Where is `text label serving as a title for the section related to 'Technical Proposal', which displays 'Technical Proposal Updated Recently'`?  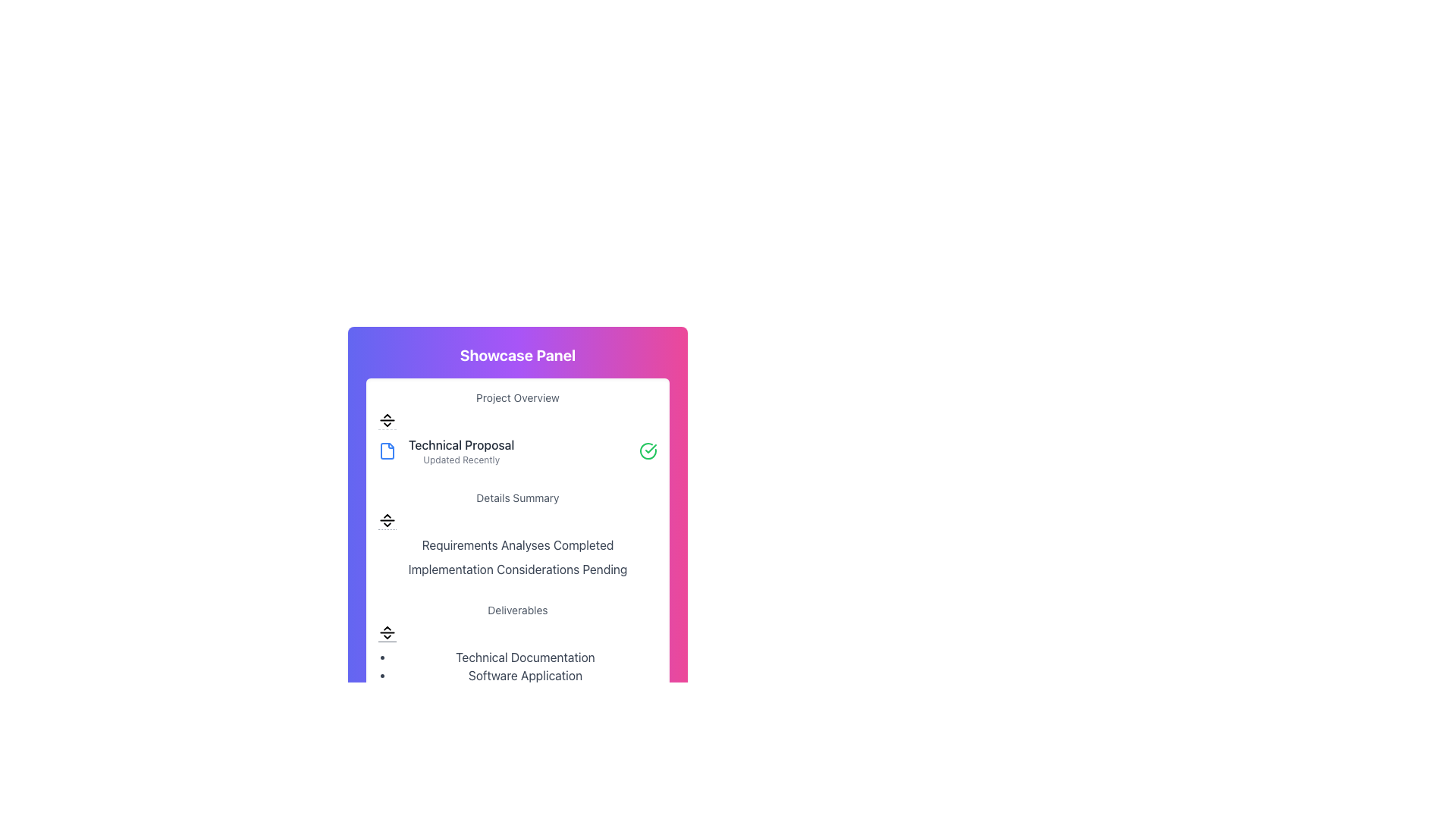
text label serving as a title for the section related to 'Technical Proposal', which displays 'Technical Proposal Updated Recently' is located at coordinates (460, 444).